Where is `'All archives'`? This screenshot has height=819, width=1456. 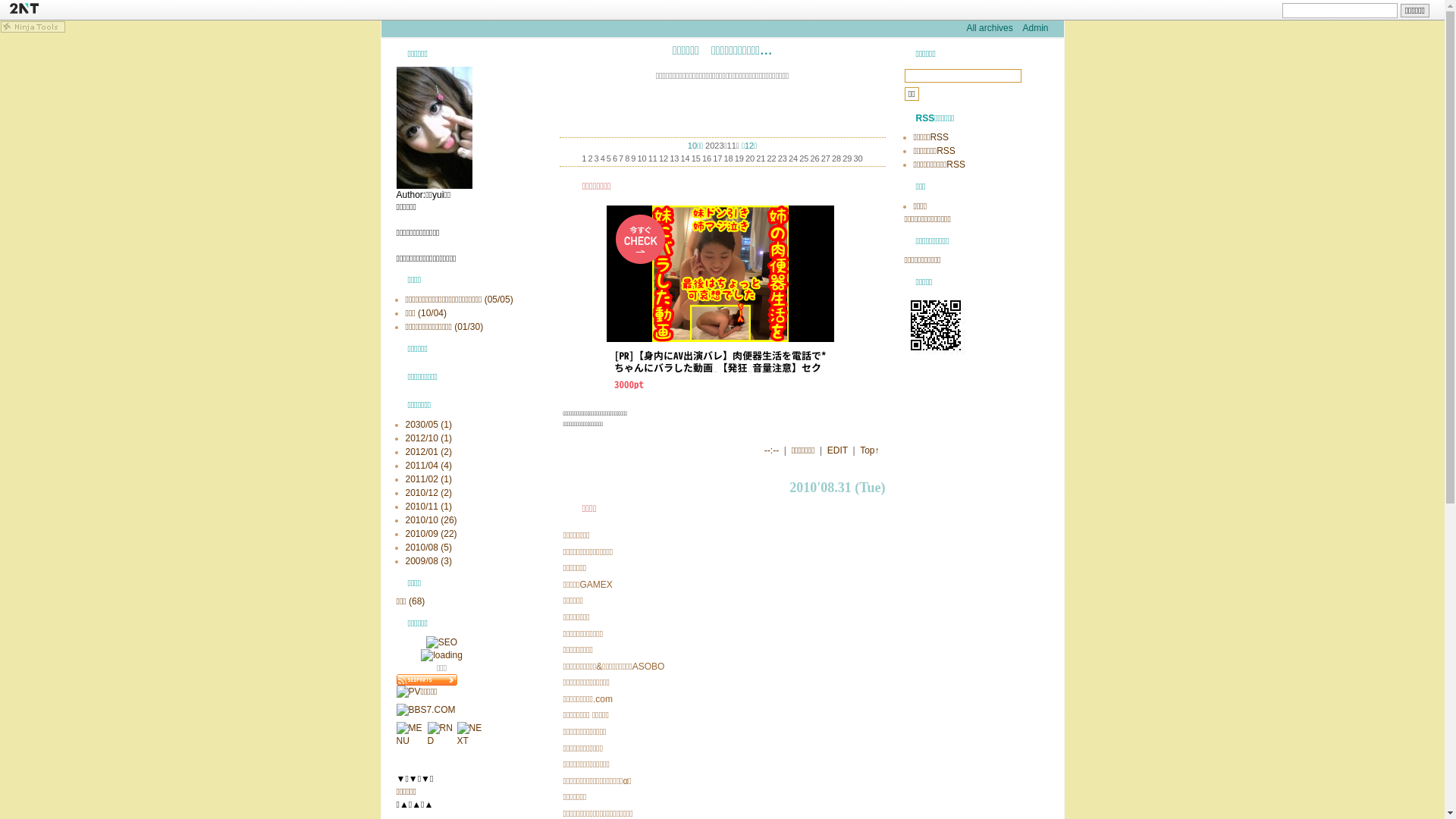 'All archives' is located at coordinates (989, 28).